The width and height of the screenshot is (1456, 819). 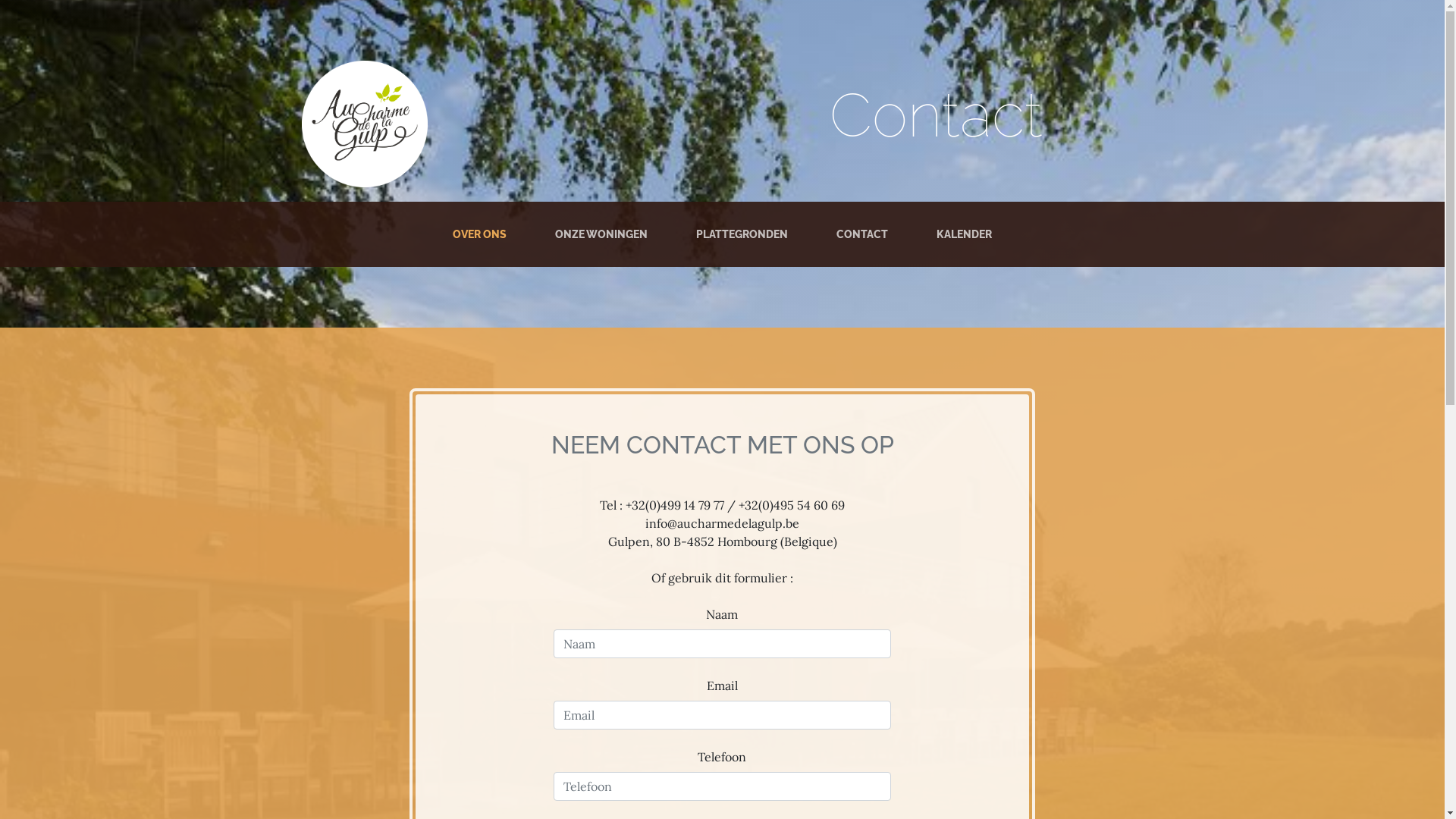 I want to click on 'KALENDER', so click(x=963, y=234).